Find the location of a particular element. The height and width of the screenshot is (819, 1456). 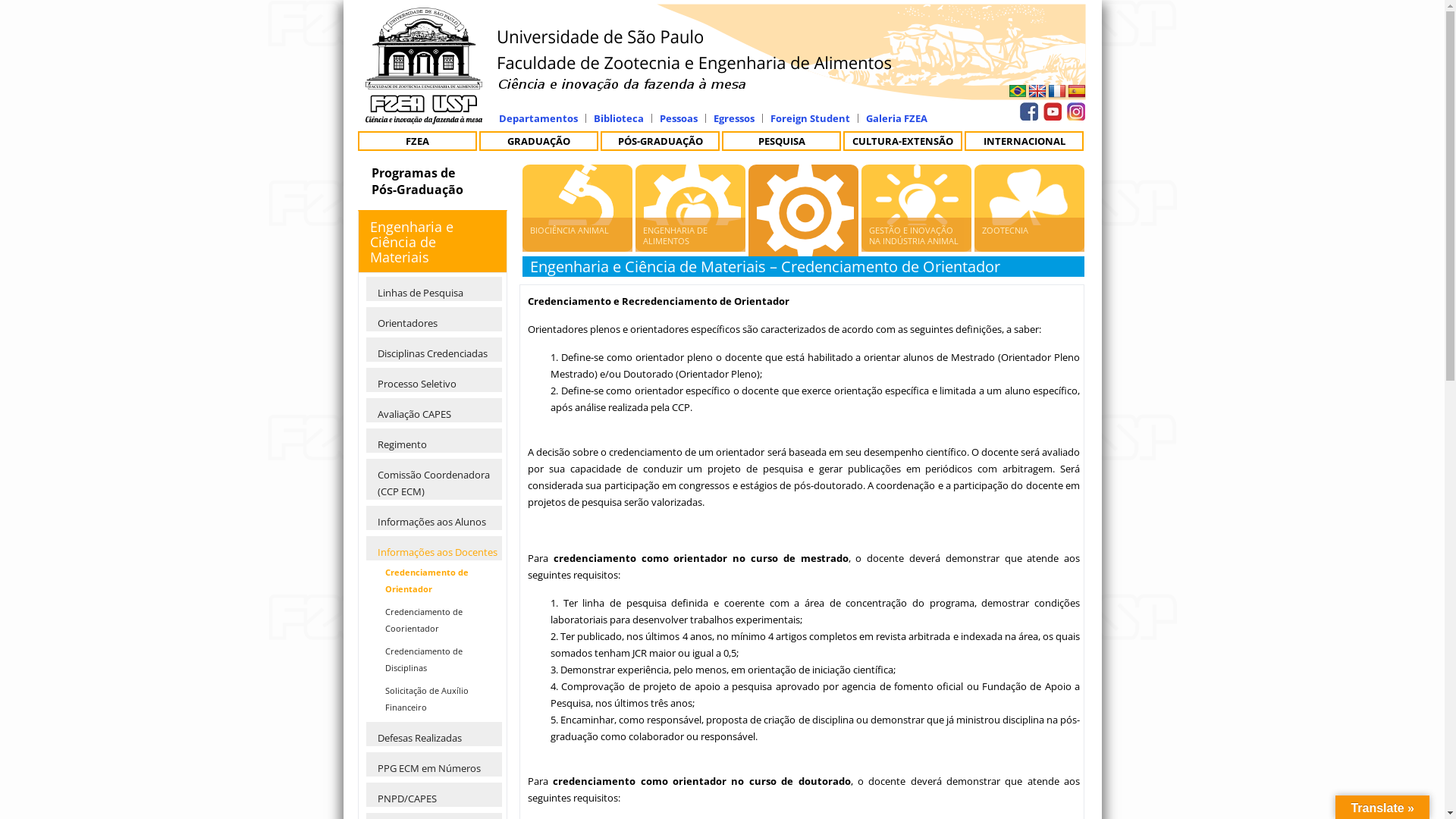

'English' is located at coordinates (1037, 91).